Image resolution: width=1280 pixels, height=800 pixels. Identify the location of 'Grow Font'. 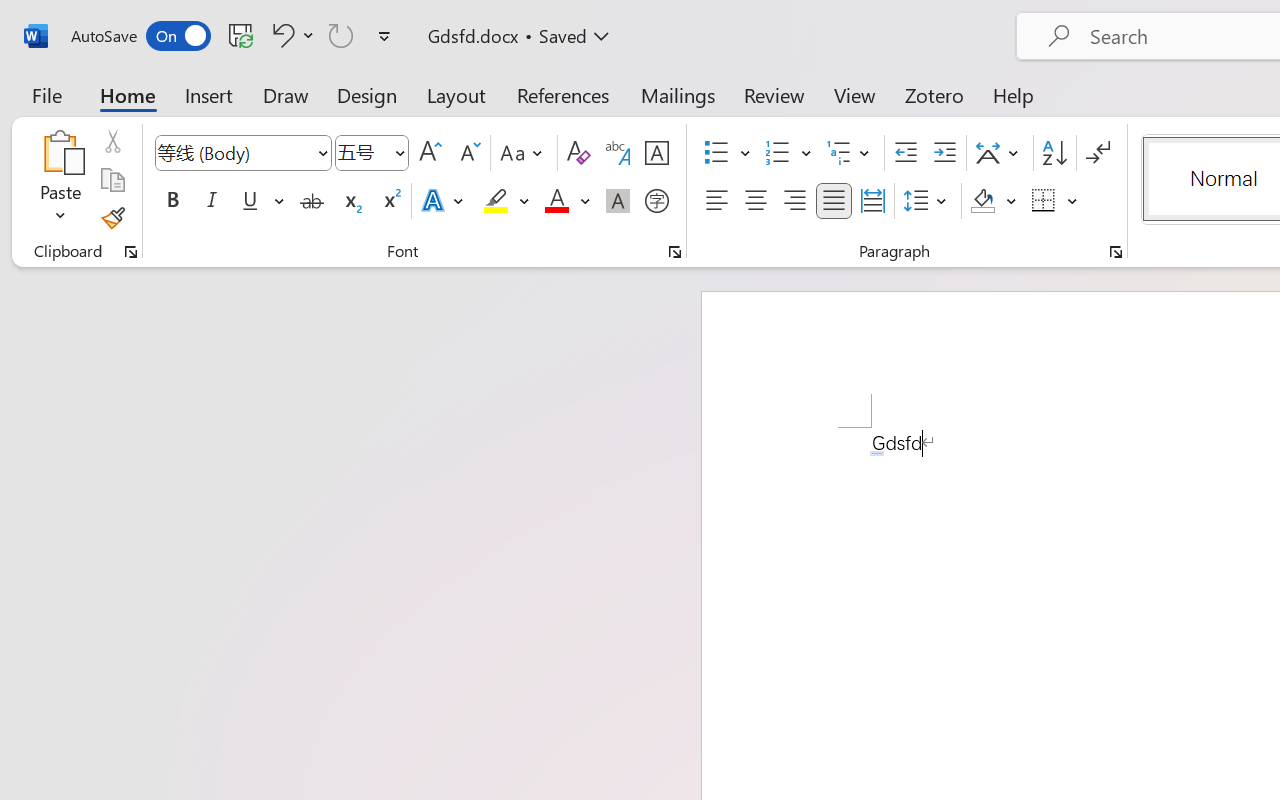
(429, 153).